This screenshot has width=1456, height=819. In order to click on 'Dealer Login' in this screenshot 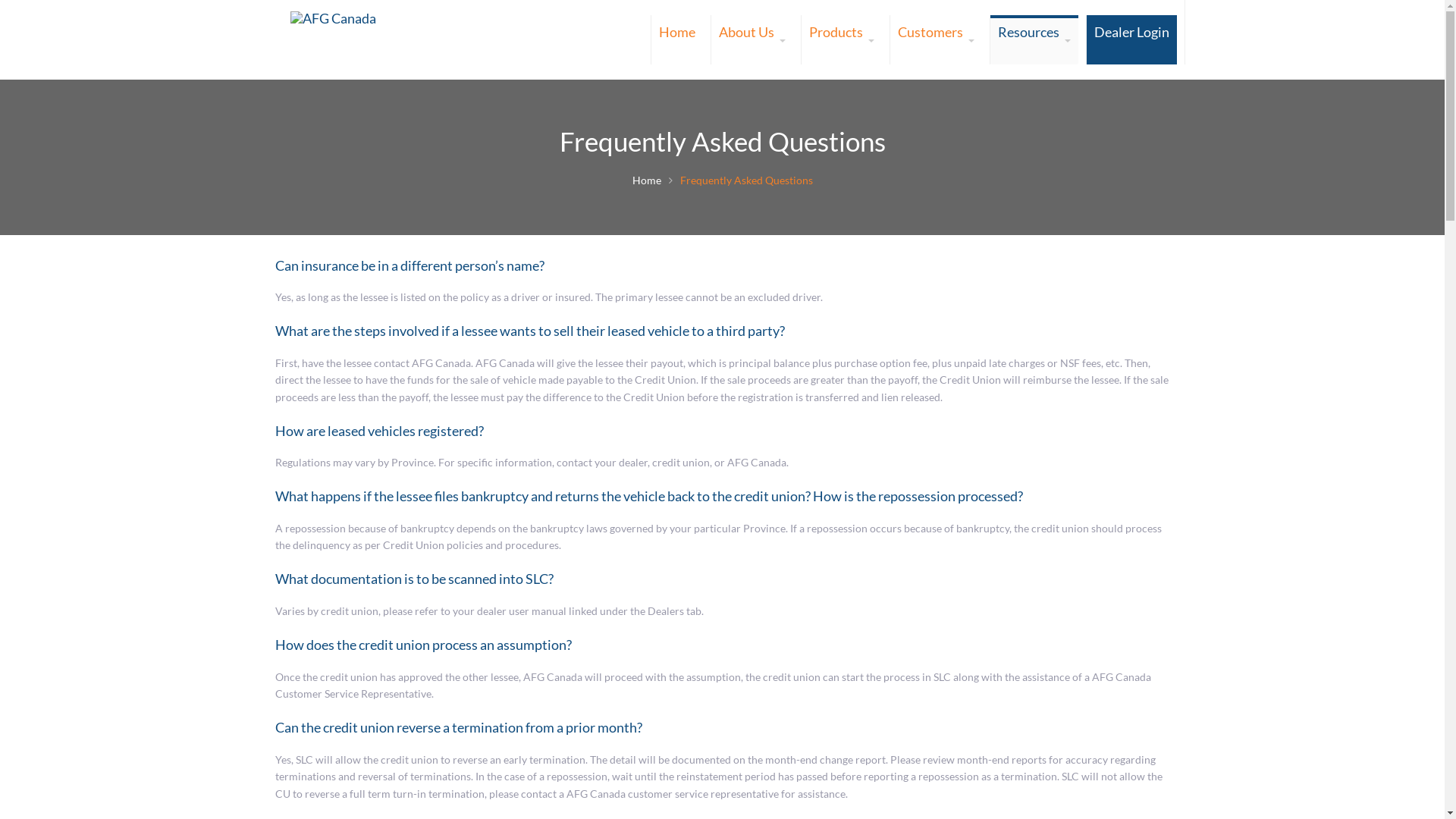, I will do `click(1084, 39)`.